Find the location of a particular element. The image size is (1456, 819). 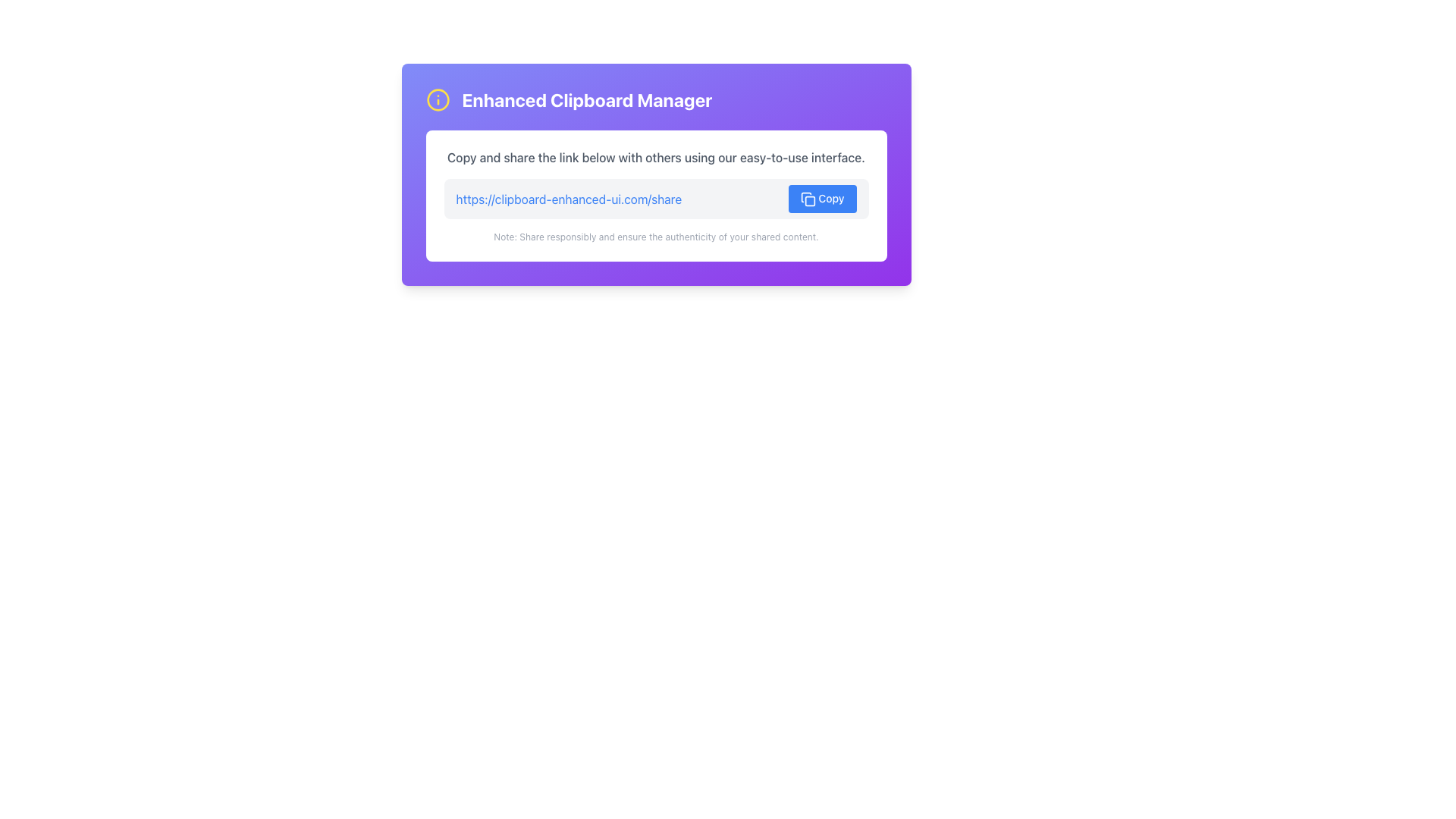

the small, square-shaped icon associated with the action of duplicating or copying content, which is located within the blue 'Copy' button is located at coordinates (807, 199).